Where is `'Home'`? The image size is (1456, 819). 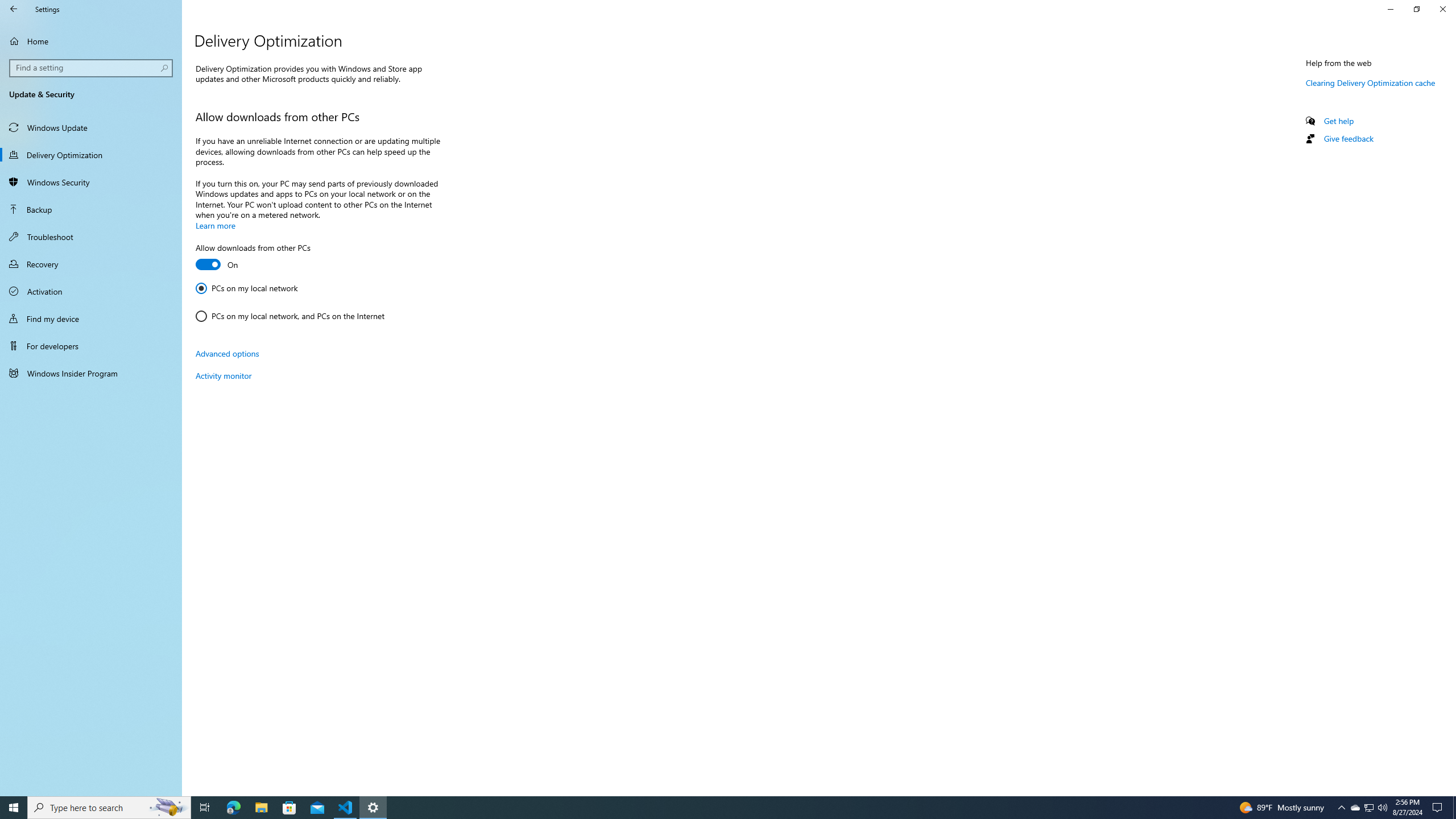 'Home' is located at coordinates (90, 41).